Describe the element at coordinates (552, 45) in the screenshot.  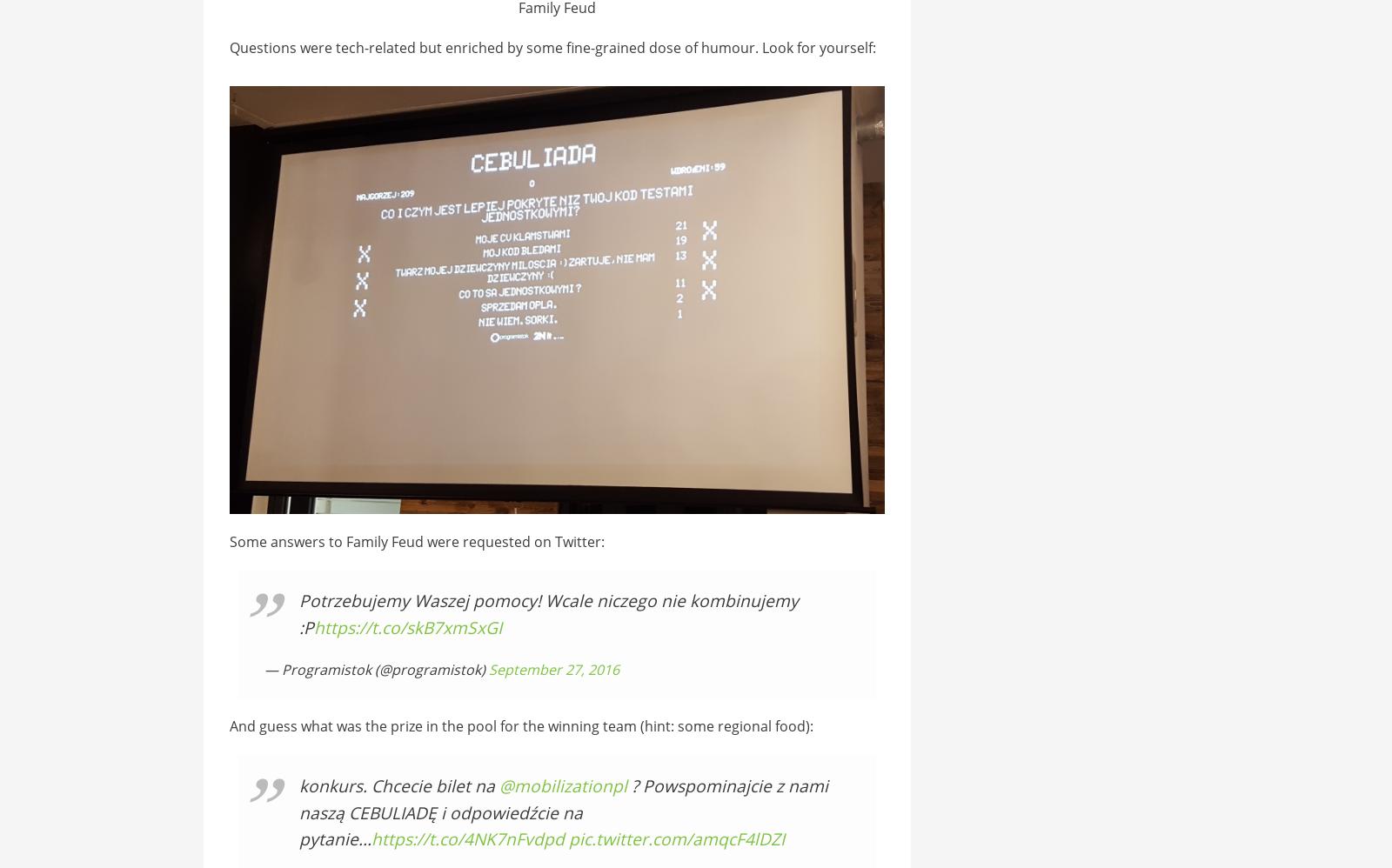
I see `'Questions were tech-related but enriched by some fine-grained dose of humour. Look for yourself:'` at that location.